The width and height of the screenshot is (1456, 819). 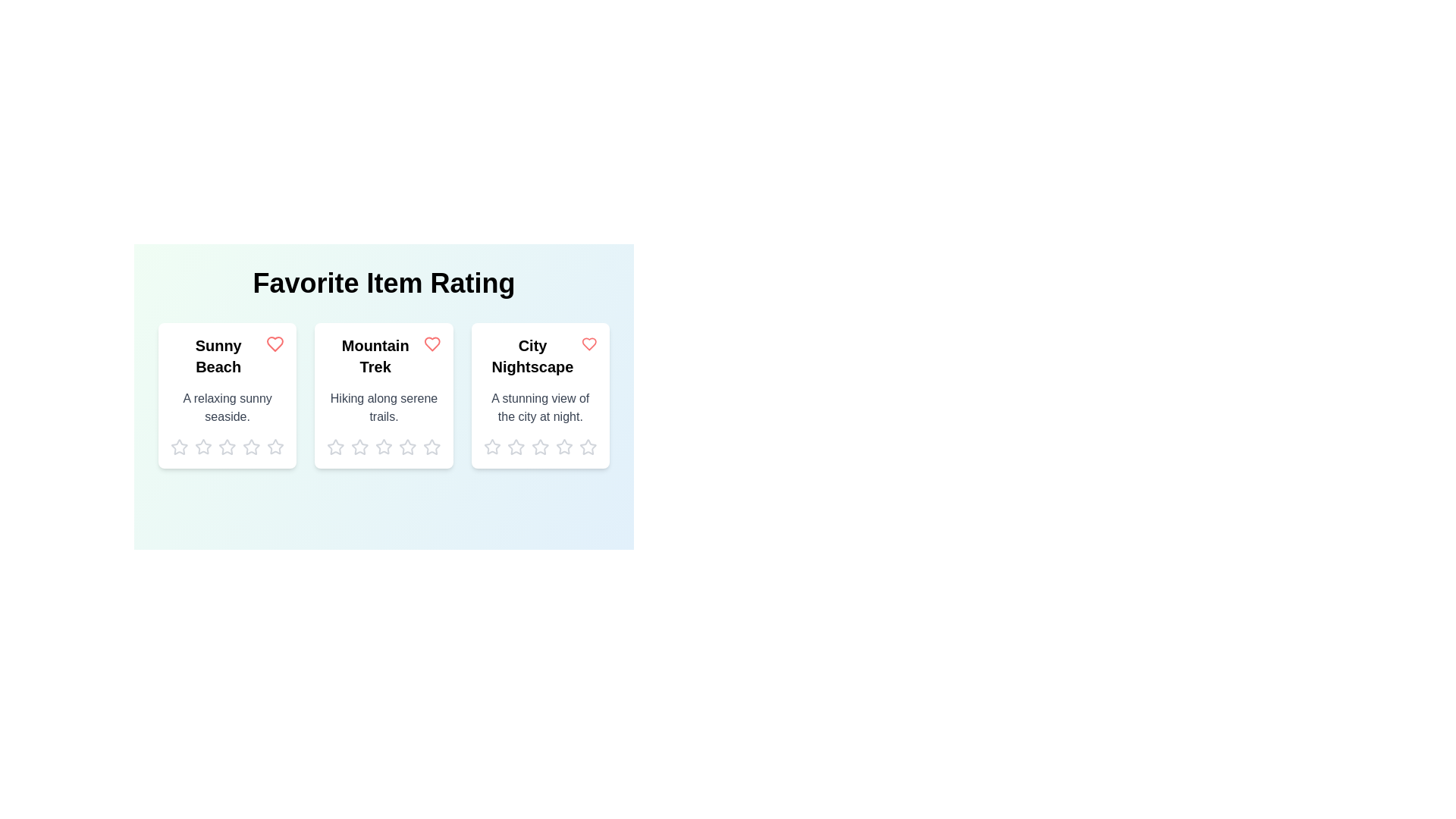 I want to click on the rating of an item to 5 stars, so click(x=275, y=447).